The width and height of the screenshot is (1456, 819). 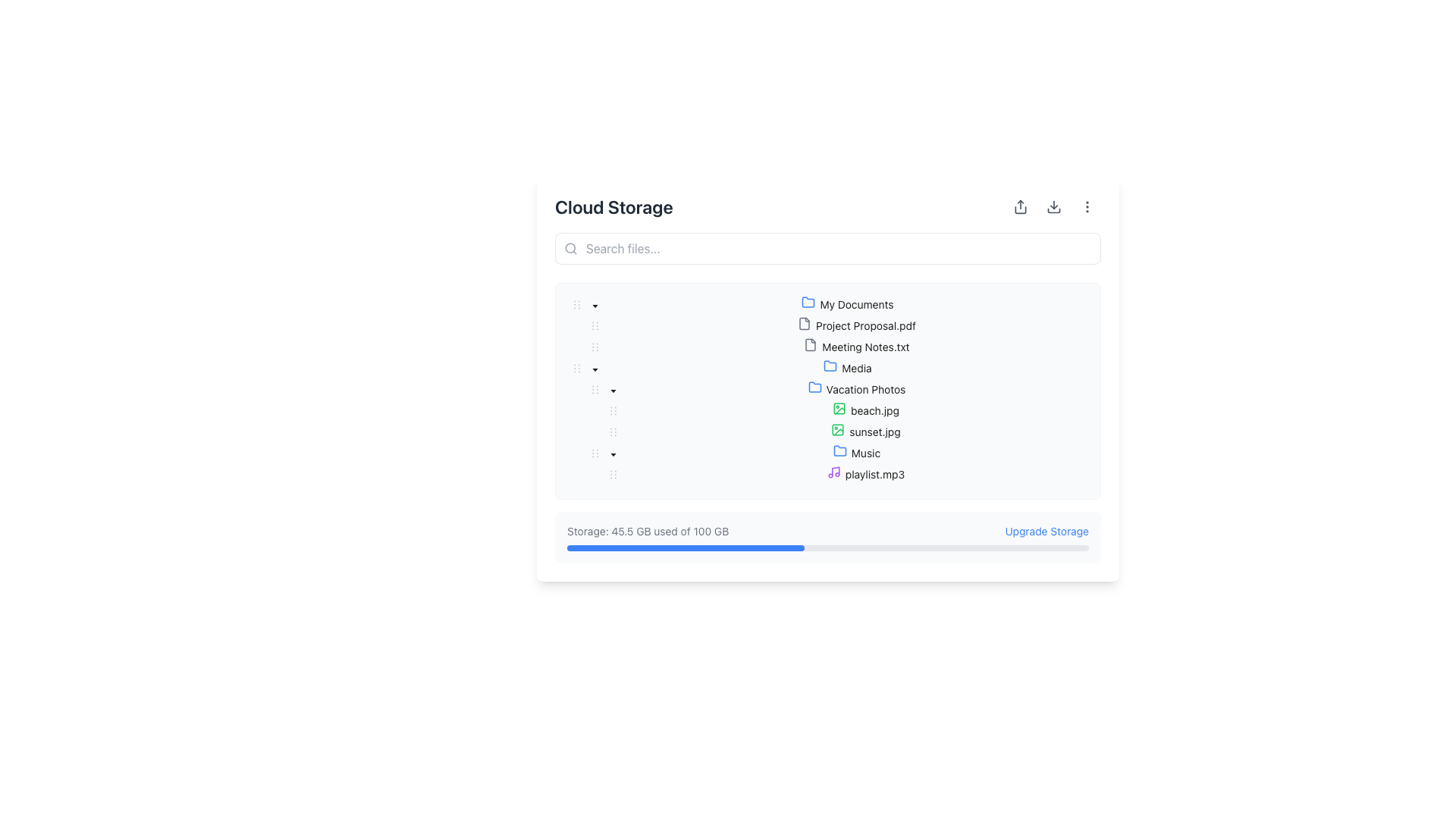 What do you see at coordinates (866, 388) in the screenshot?
I see `the 'Vacation Photos' text label in the file navigation interface` at bounding box center [866, 388].